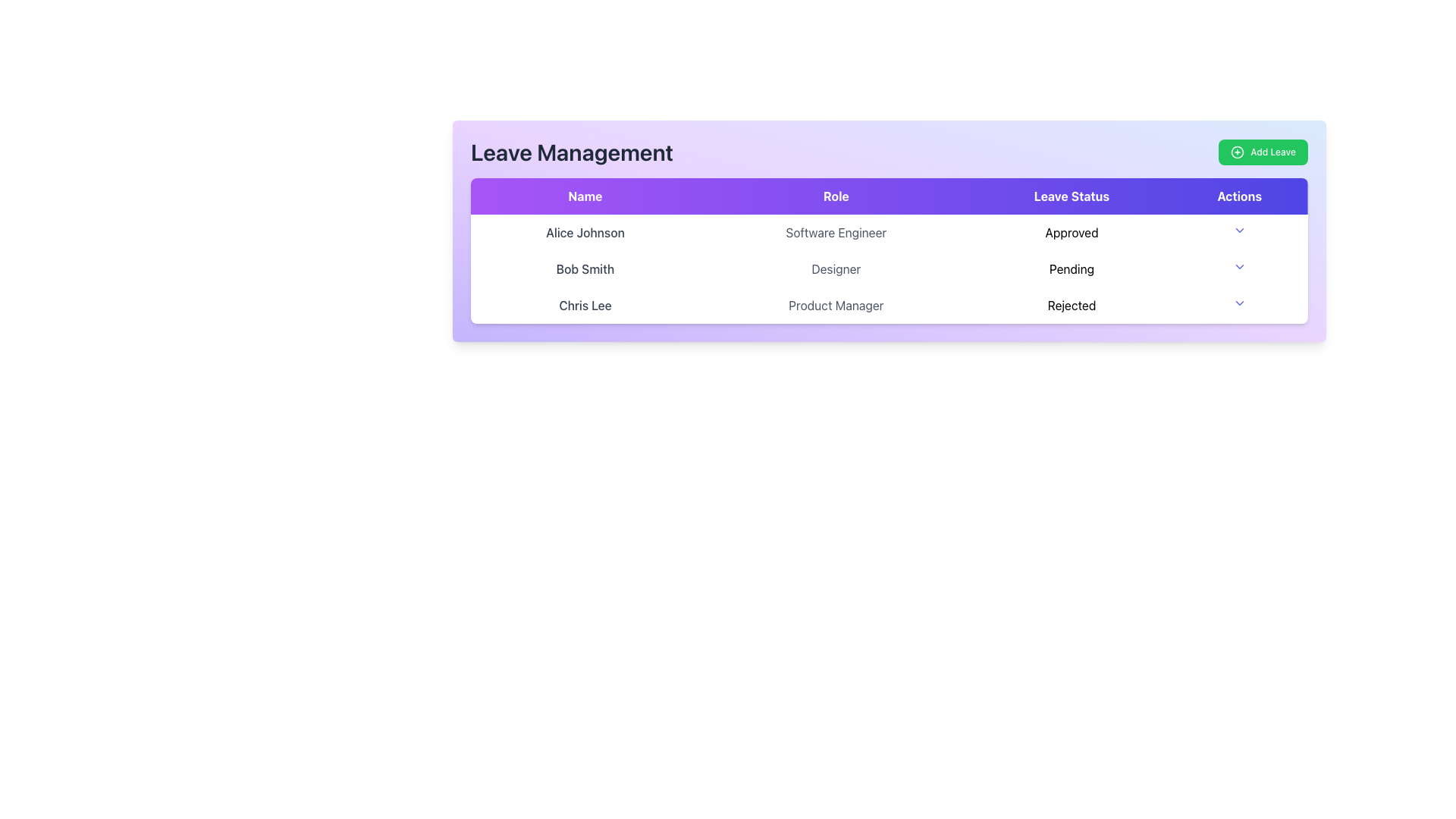  What do you see at coordinates (1263, 152) in the screenshot?
I see `the 'Add Leave' button with a green background and rounded edges` at bounding box center [1263, 152].